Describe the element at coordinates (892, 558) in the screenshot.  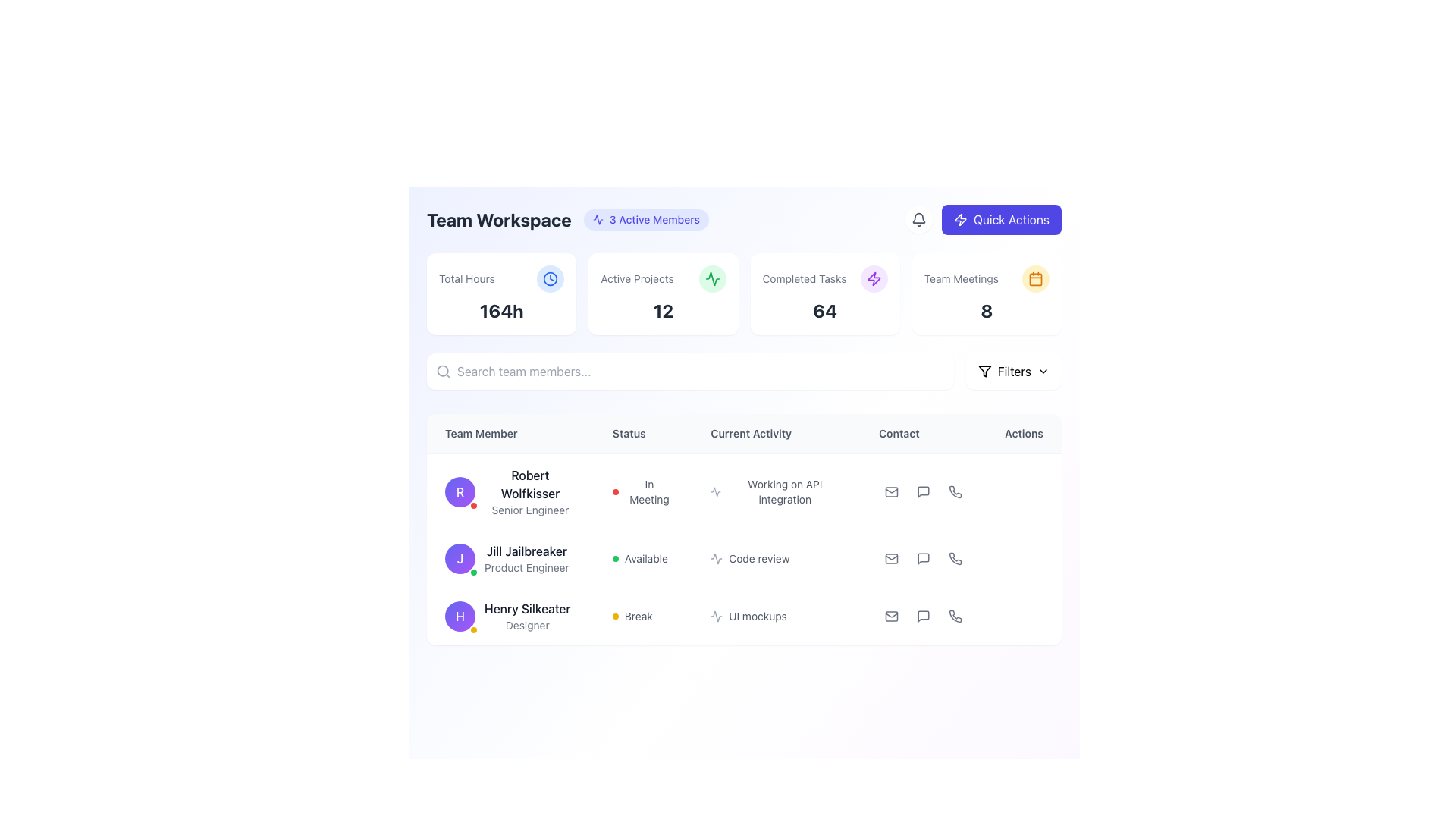
I see `the email icon (envelope design) located in the 'Contact' column beside user 'Jill Jailbreaker'` at that location.